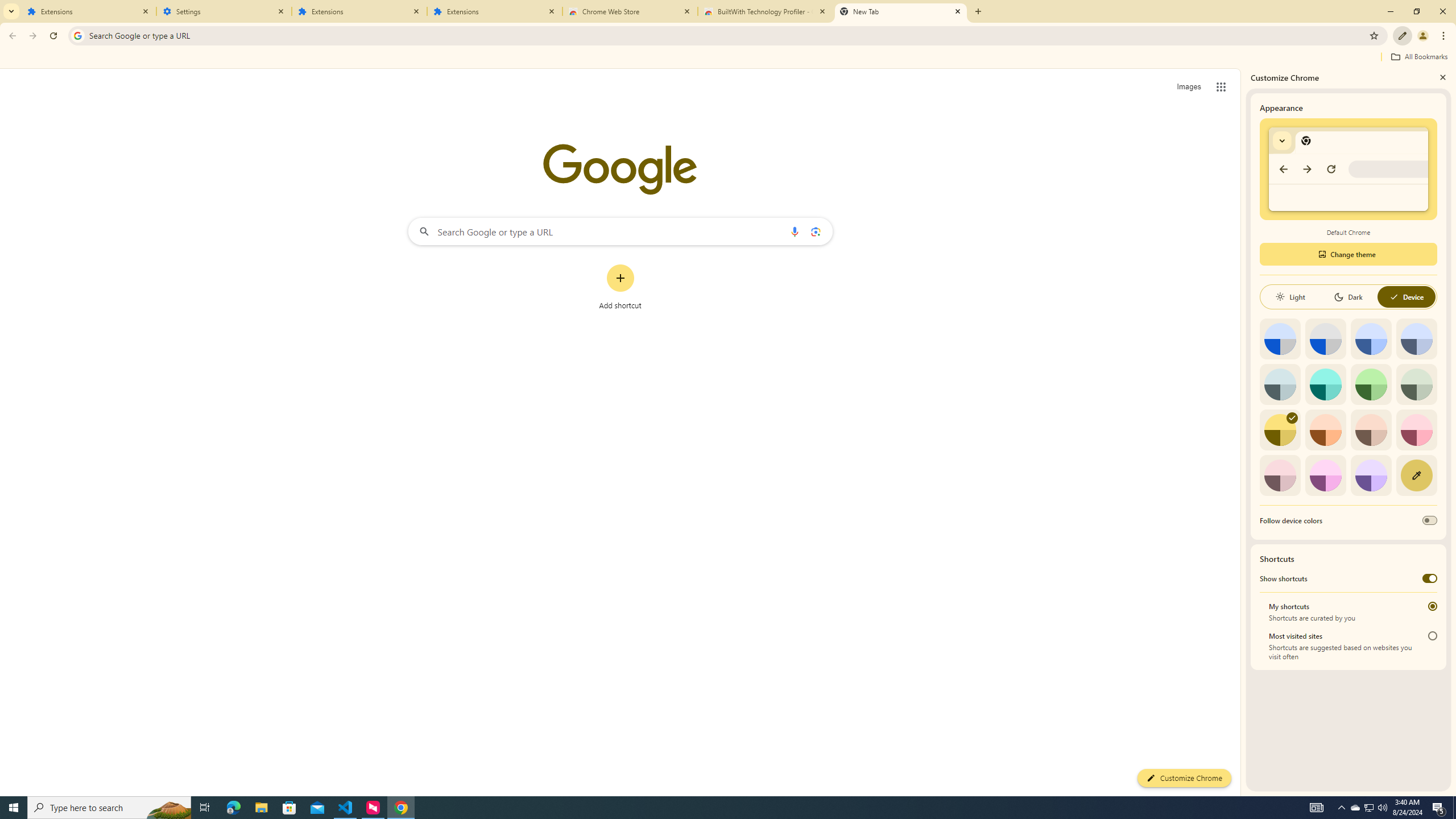 This screenshot has width=1456, height=819. Describe the element at coordinates (1280, 383) in the screenshot. I see `'Grey'` at that location.